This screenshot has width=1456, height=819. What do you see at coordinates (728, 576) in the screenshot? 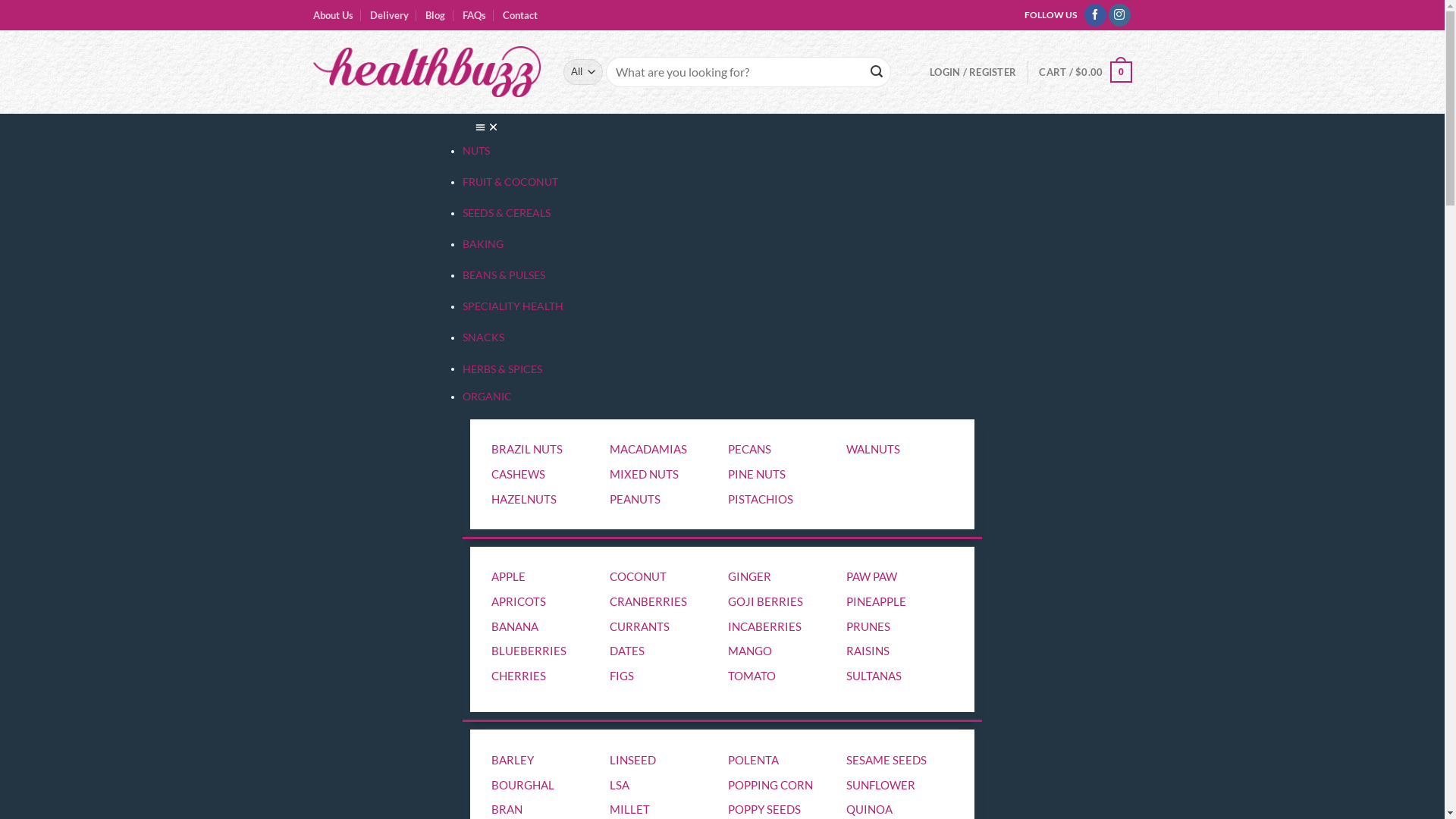
I see `'GINGER'` at bounding box center [728, 576].